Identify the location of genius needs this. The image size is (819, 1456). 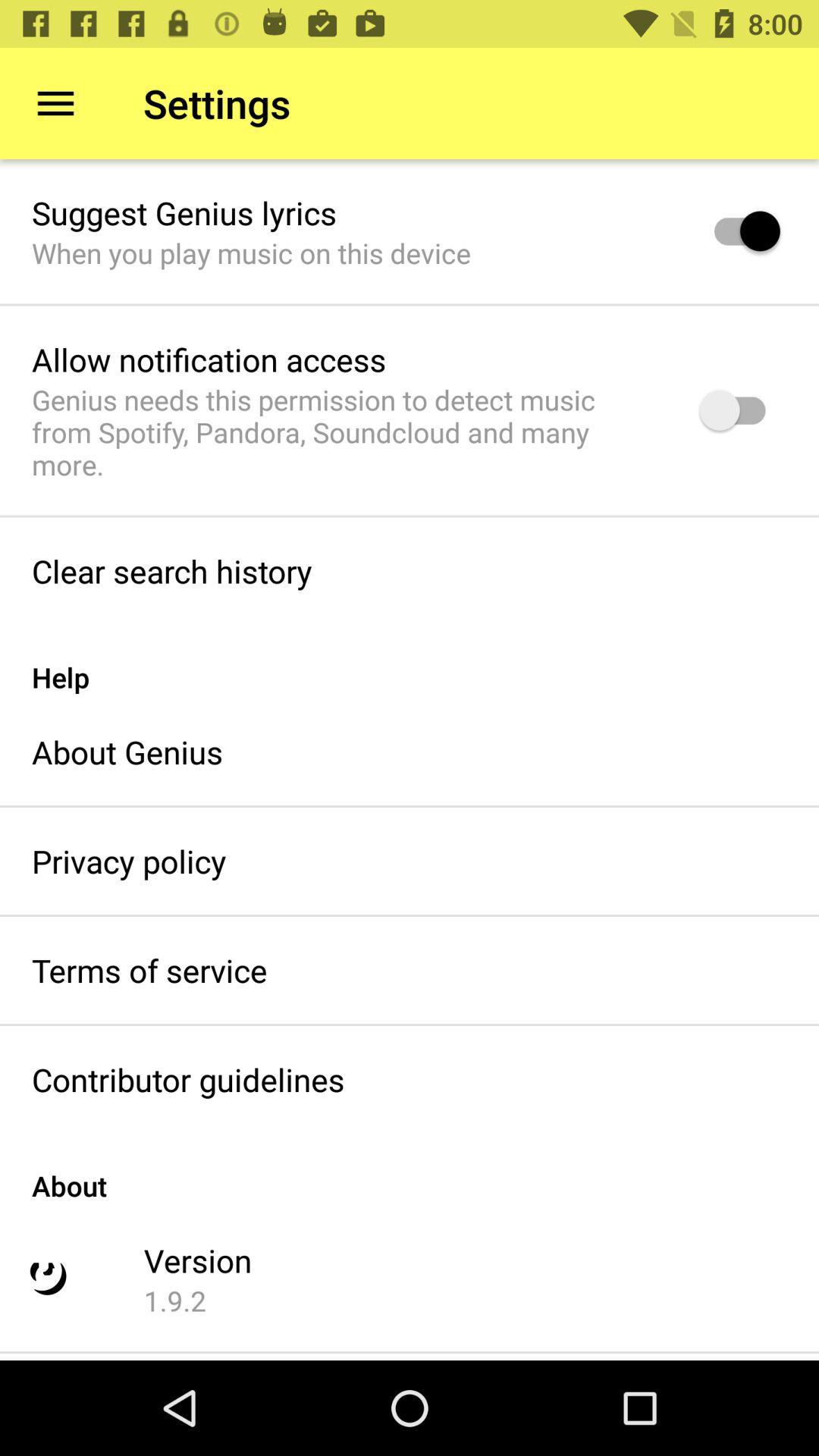
(346, 431).